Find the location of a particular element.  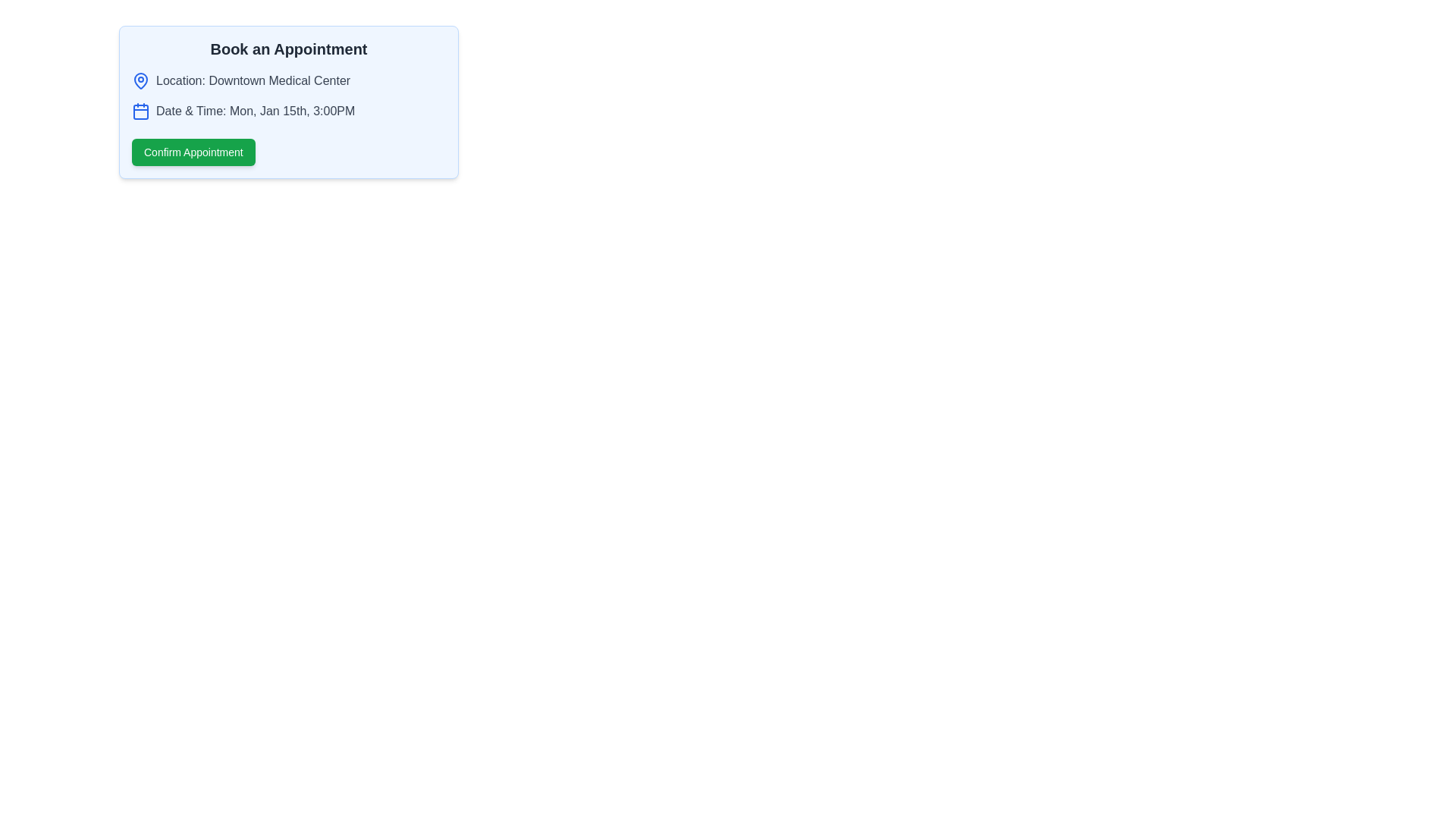

the Text Display element that shows 'Date & Time: Mon, Jan 15th, 3:00PM' with a gray text color, located next to a calendar icon is located at coordinates (256, 110).